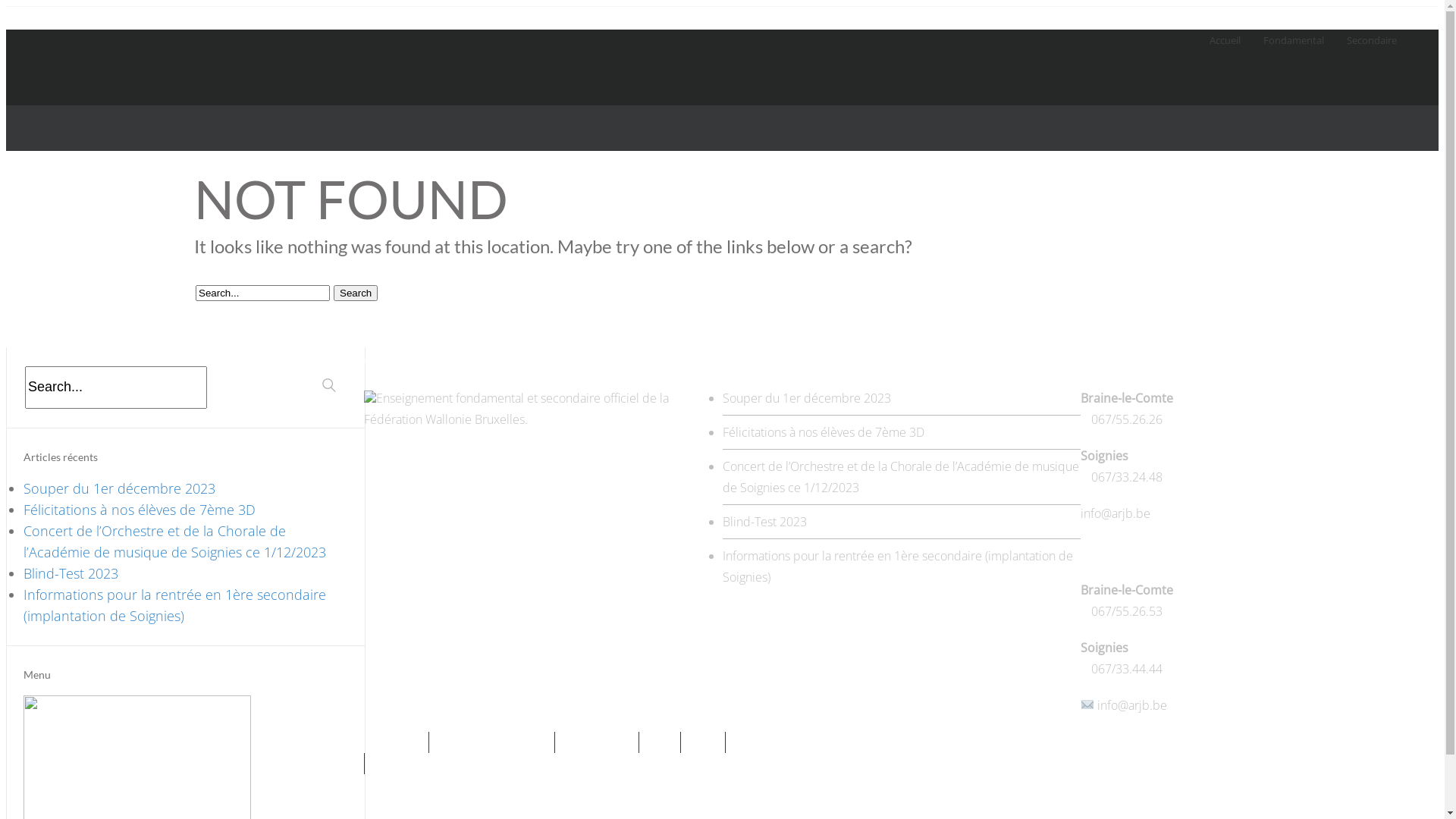  I want to click on 'Fondamental', so click(1292, 29).